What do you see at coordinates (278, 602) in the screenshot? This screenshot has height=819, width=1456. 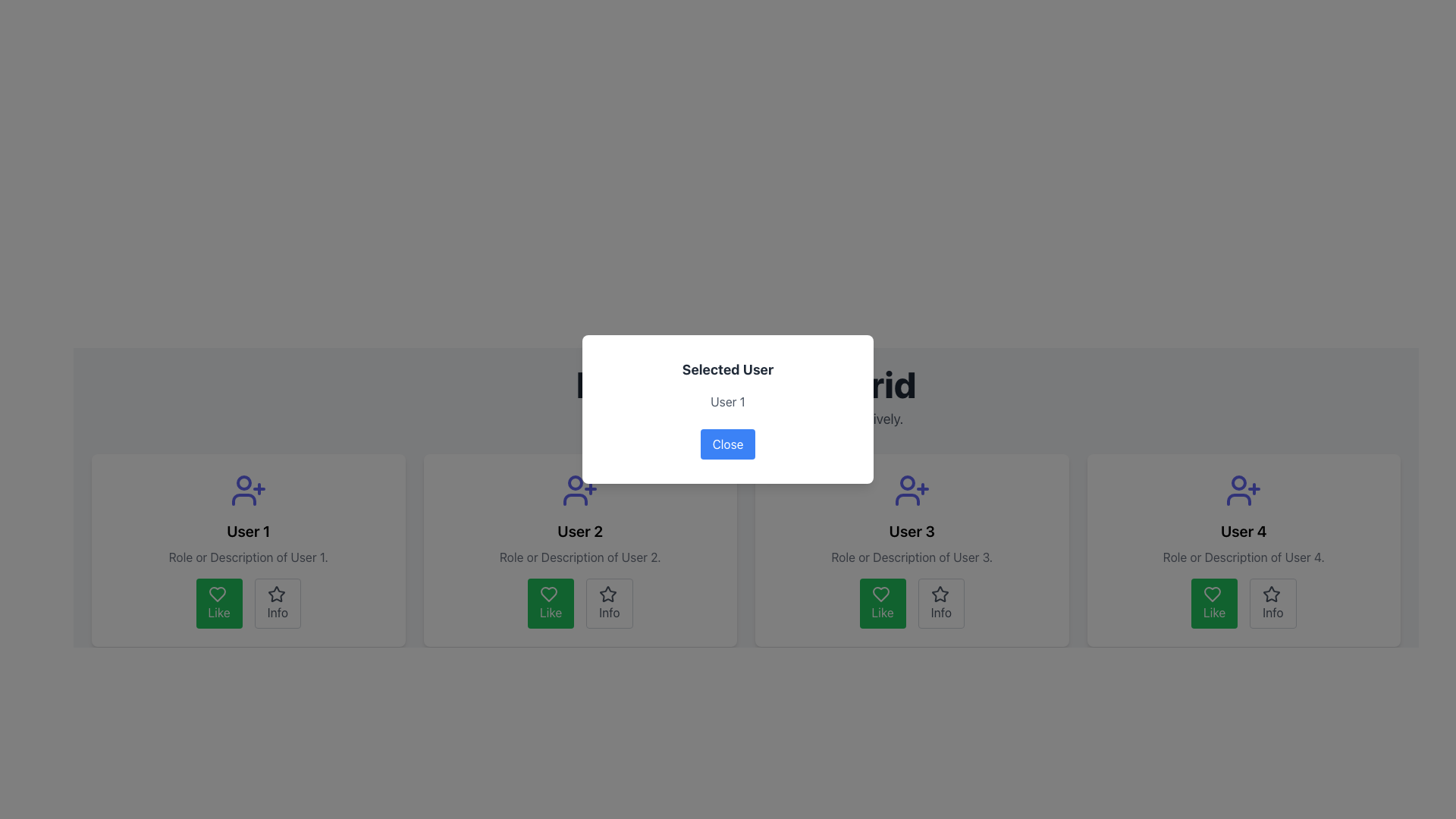 I see `the 'Info' button, which is styled with a light gray border and has a star icon above the centered text` at bounding box center [278, 602].